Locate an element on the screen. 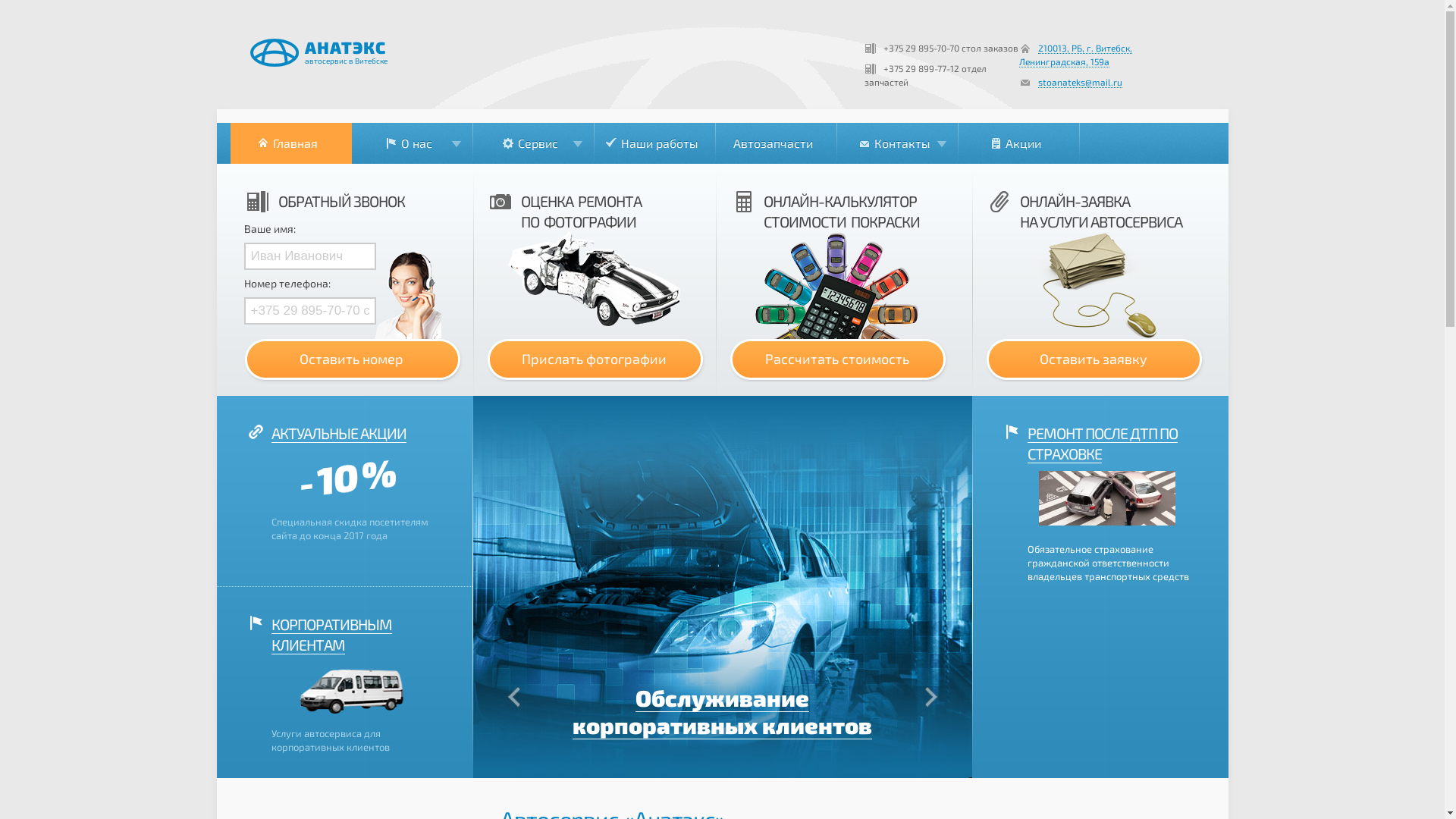  'stoanateks@mail.ru' is located at coordinates (1078, 82).